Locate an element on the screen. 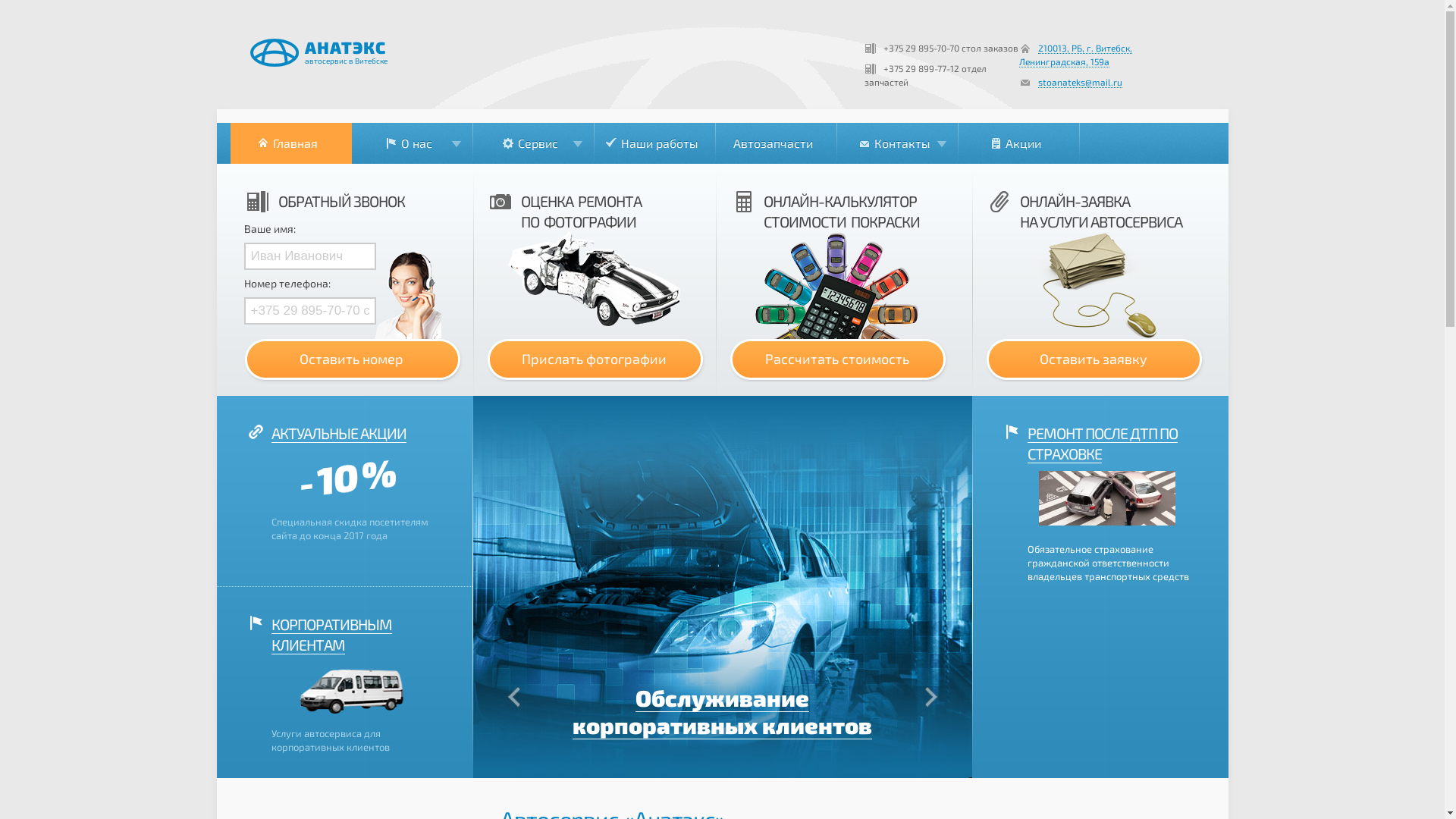  'stoanateks@mail.ru' is located at coordinates (1078, 82).